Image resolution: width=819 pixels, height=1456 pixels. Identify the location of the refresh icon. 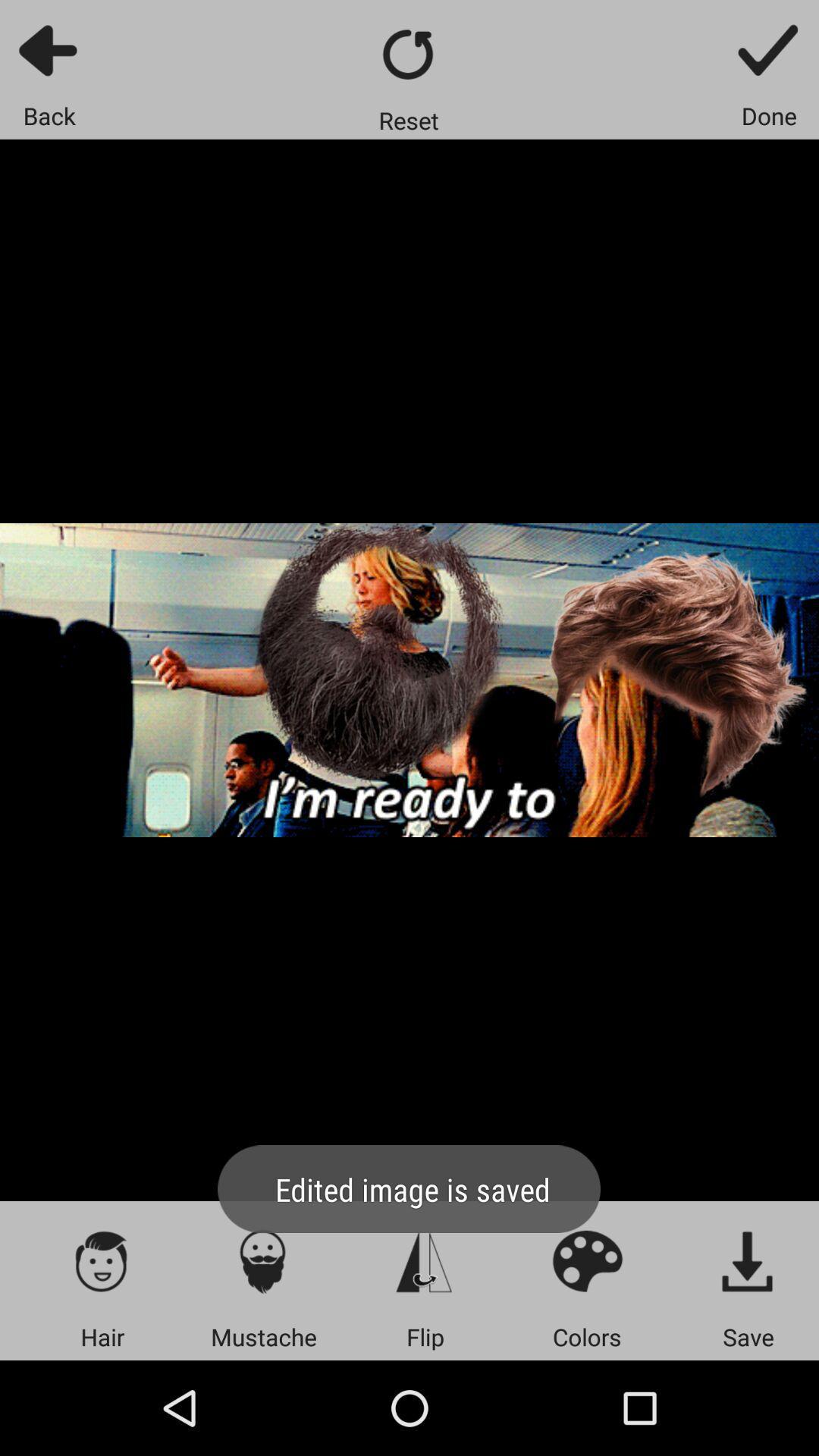
(408, 54).